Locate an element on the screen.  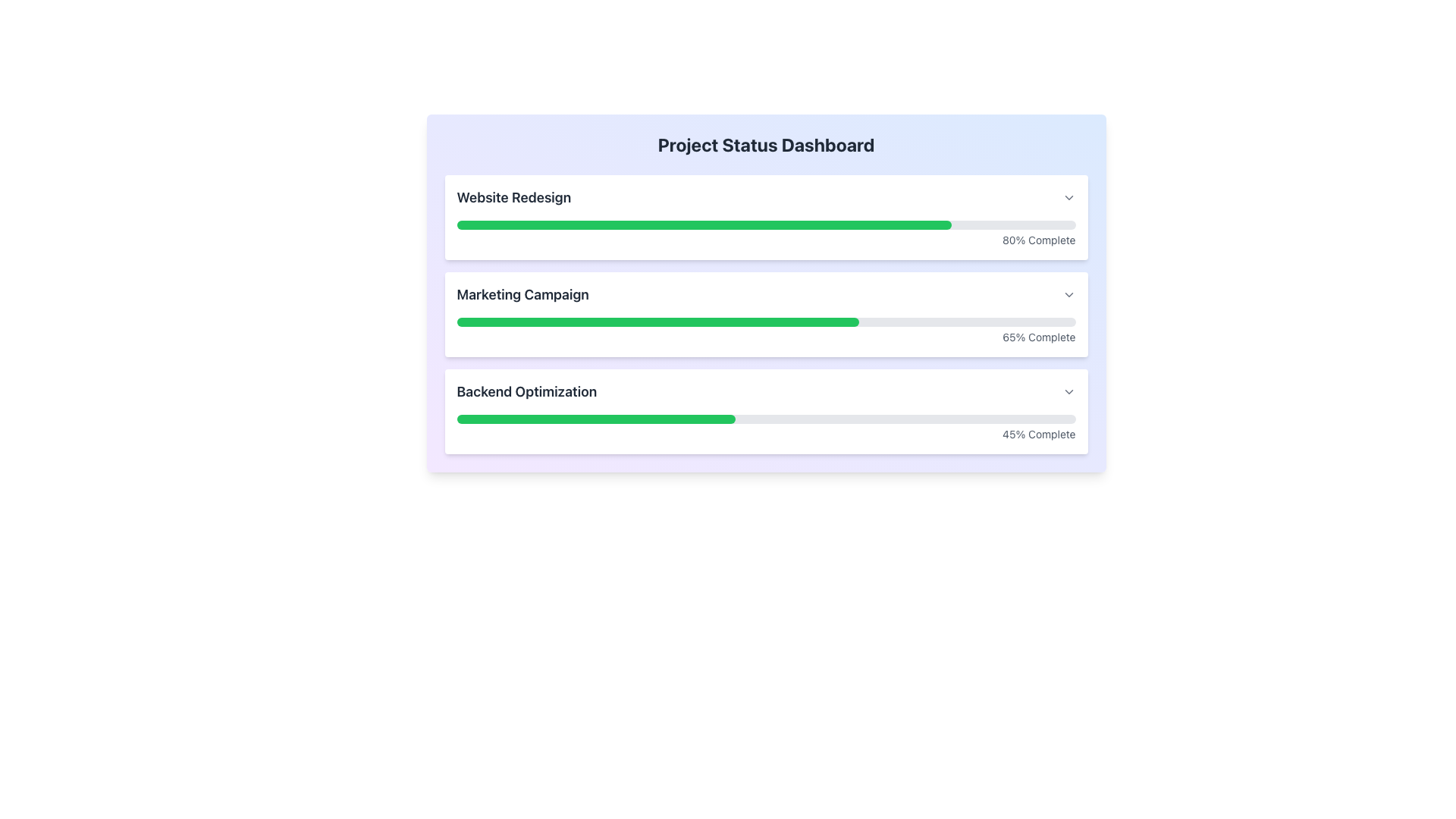
the Dropdown Trigger Icon located in the bottom-right corner of the 'Backend Optimization' section to change its appearance is located at coordinates (1068, 391).